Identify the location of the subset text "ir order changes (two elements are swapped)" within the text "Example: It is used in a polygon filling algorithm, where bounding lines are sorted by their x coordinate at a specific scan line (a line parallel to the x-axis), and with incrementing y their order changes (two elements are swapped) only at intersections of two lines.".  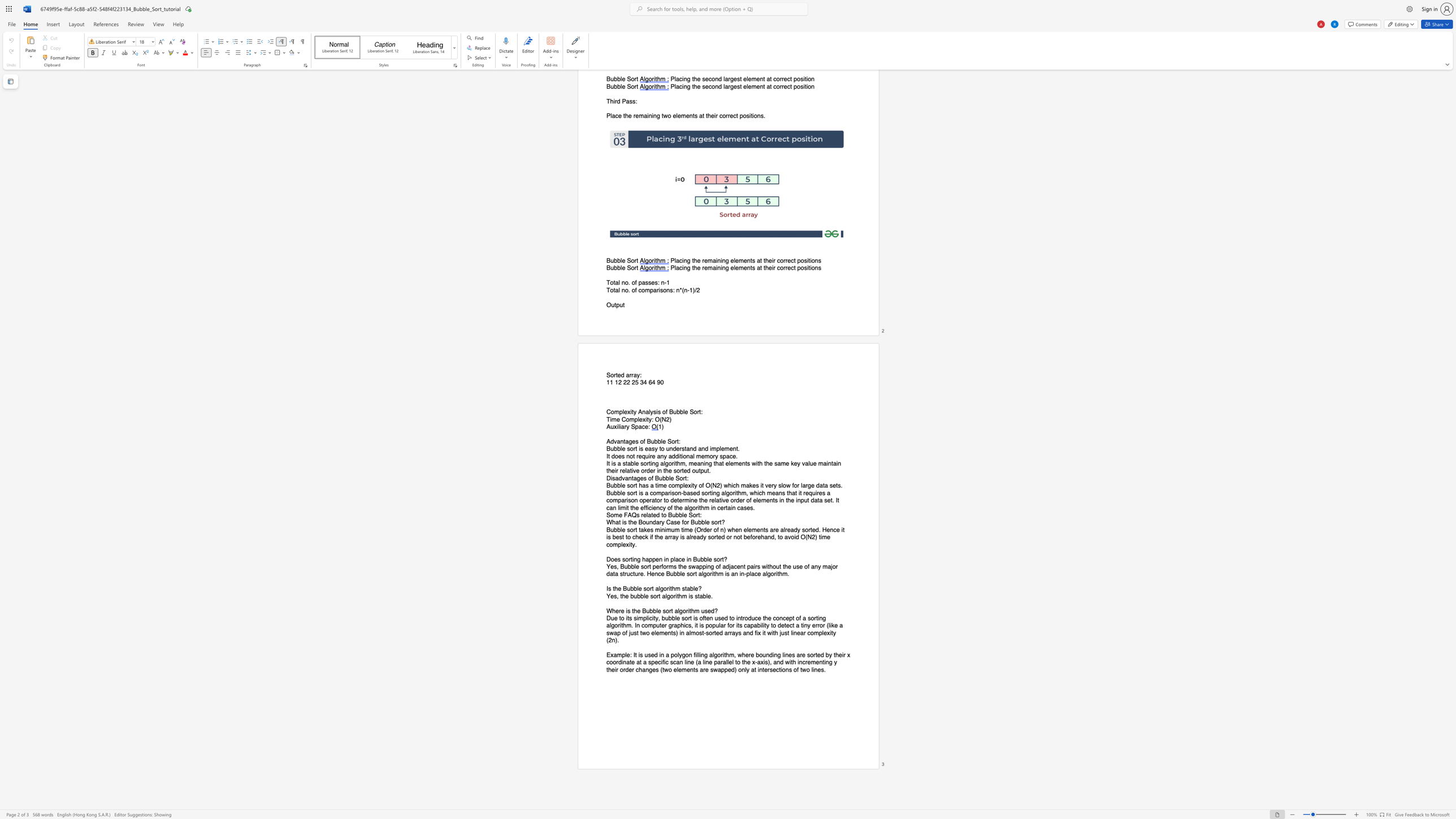
(614, 669).